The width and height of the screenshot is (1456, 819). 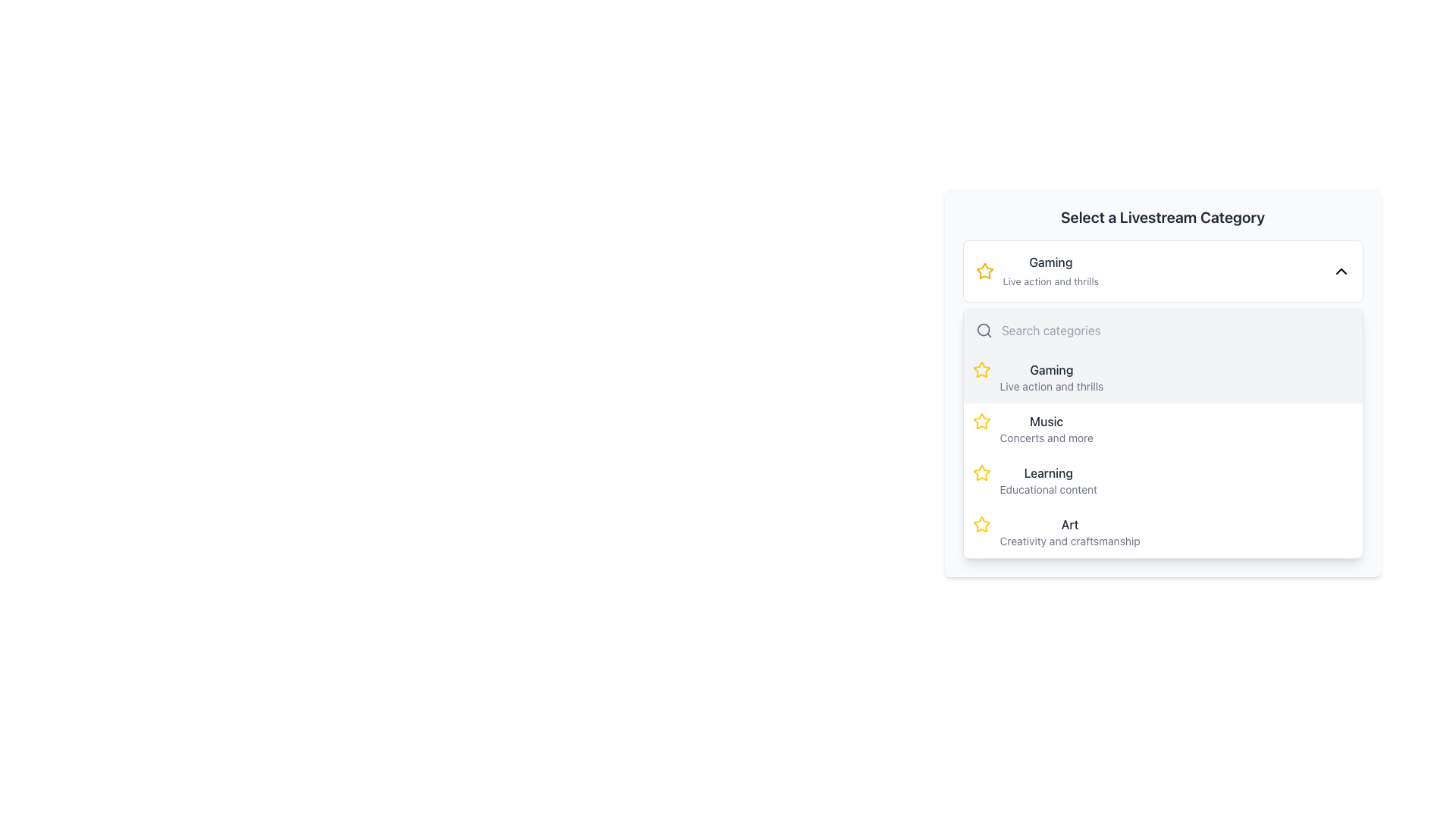 I want to click on text label displaying 'Learning', which is styled in dark gray and positioned above the description 'Educational content', so click(x=1047, y=472).